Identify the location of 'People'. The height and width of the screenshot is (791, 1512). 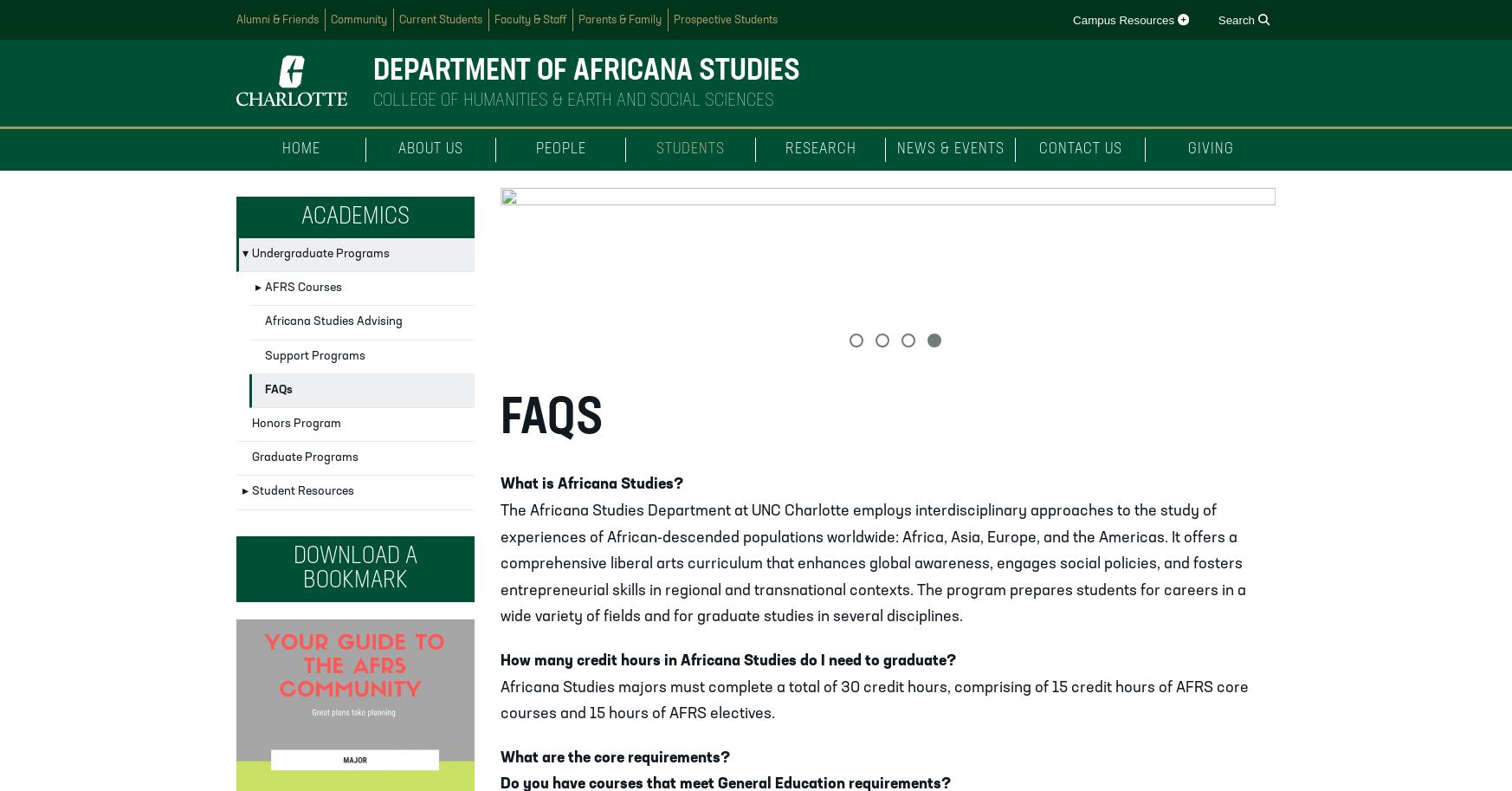
(560, 149).